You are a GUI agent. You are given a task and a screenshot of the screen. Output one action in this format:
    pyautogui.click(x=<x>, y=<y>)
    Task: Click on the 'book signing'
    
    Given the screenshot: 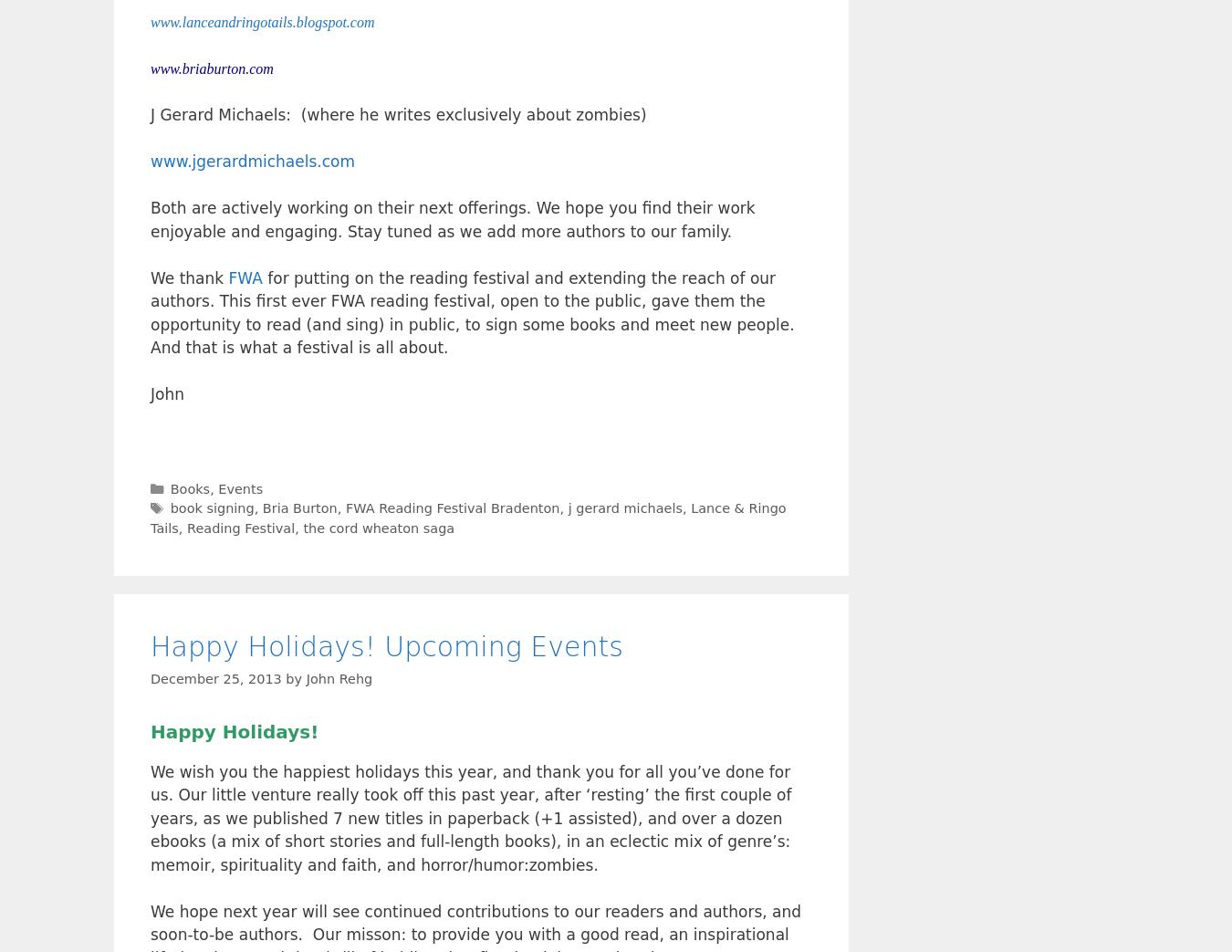 What is the action you would take?
    pyautogui.click(x=211, y=507)
    